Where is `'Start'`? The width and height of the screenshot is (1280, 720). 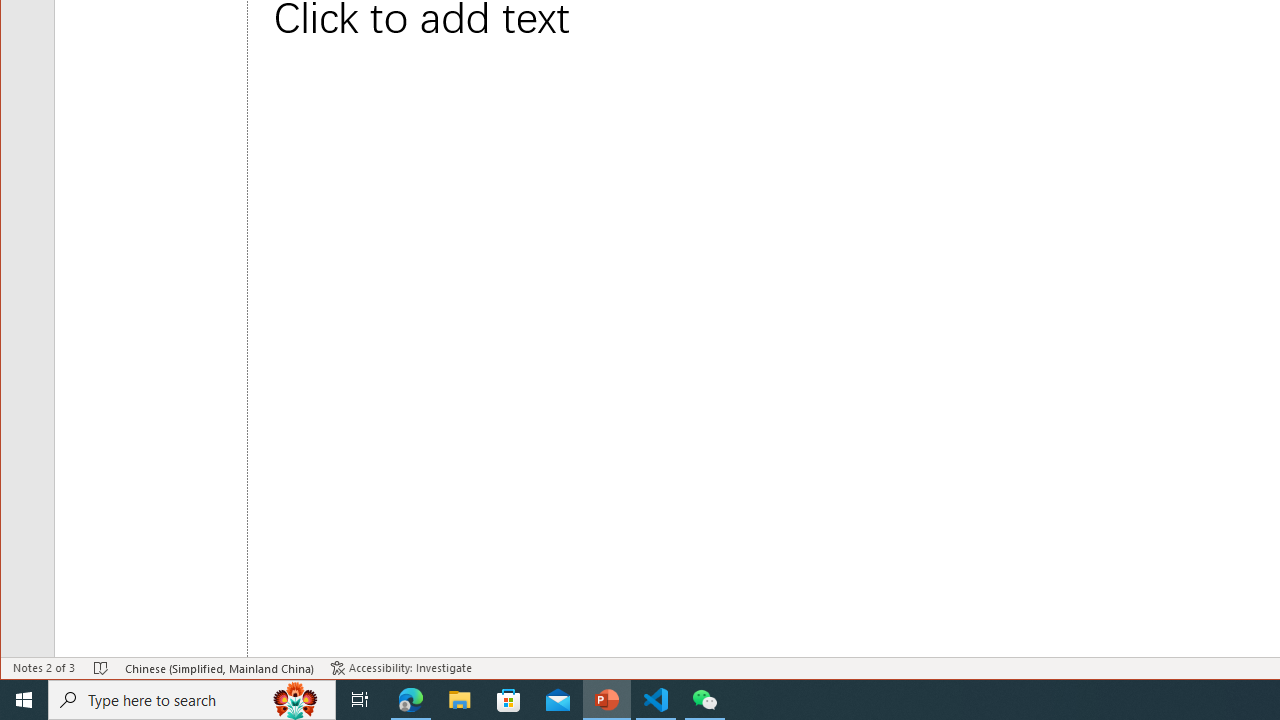
'Start' is located at coordinates (24, 698).